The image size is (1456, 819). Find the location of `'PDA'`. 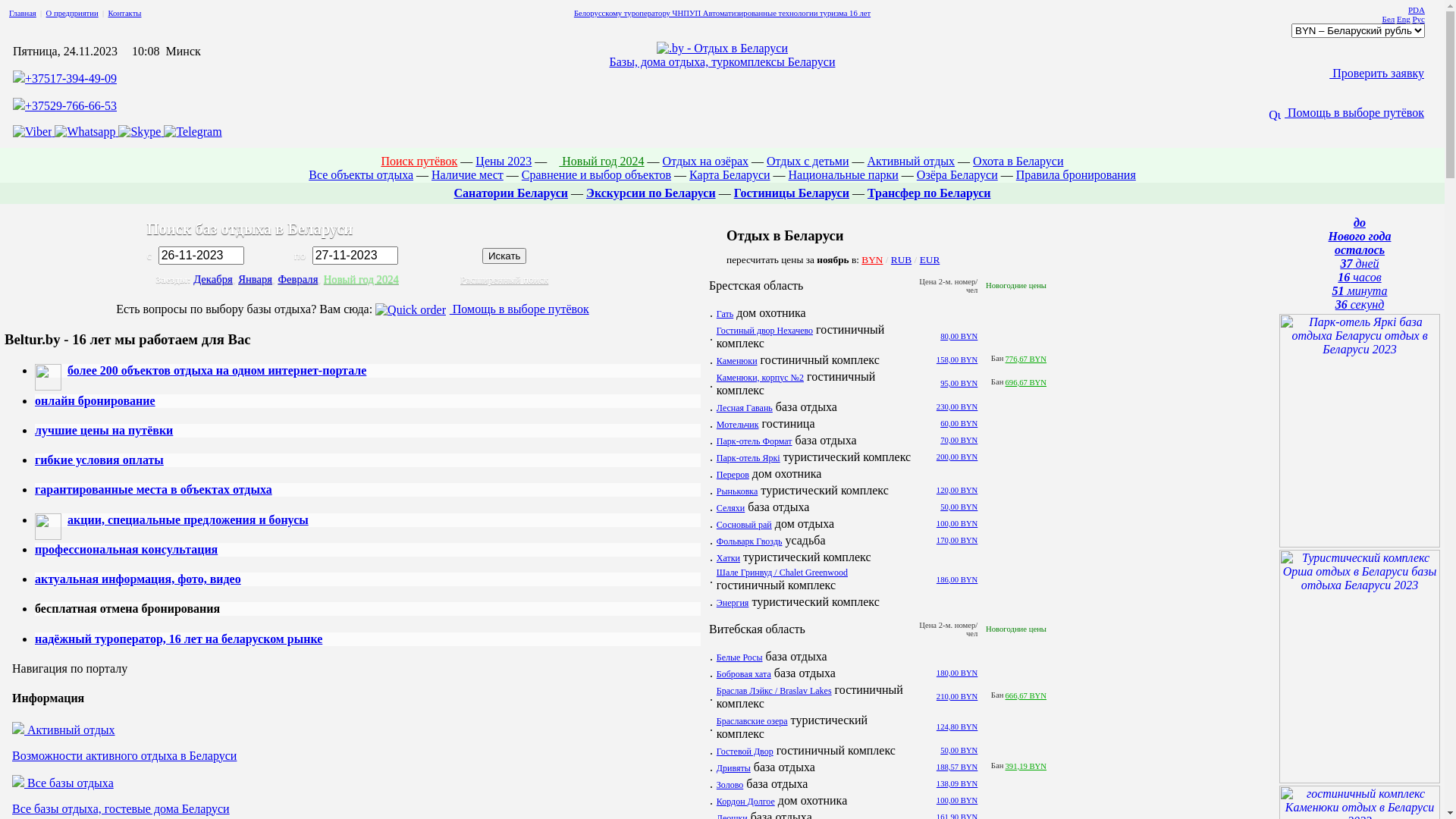

'PDA' is located at coordinates (1415, 9).